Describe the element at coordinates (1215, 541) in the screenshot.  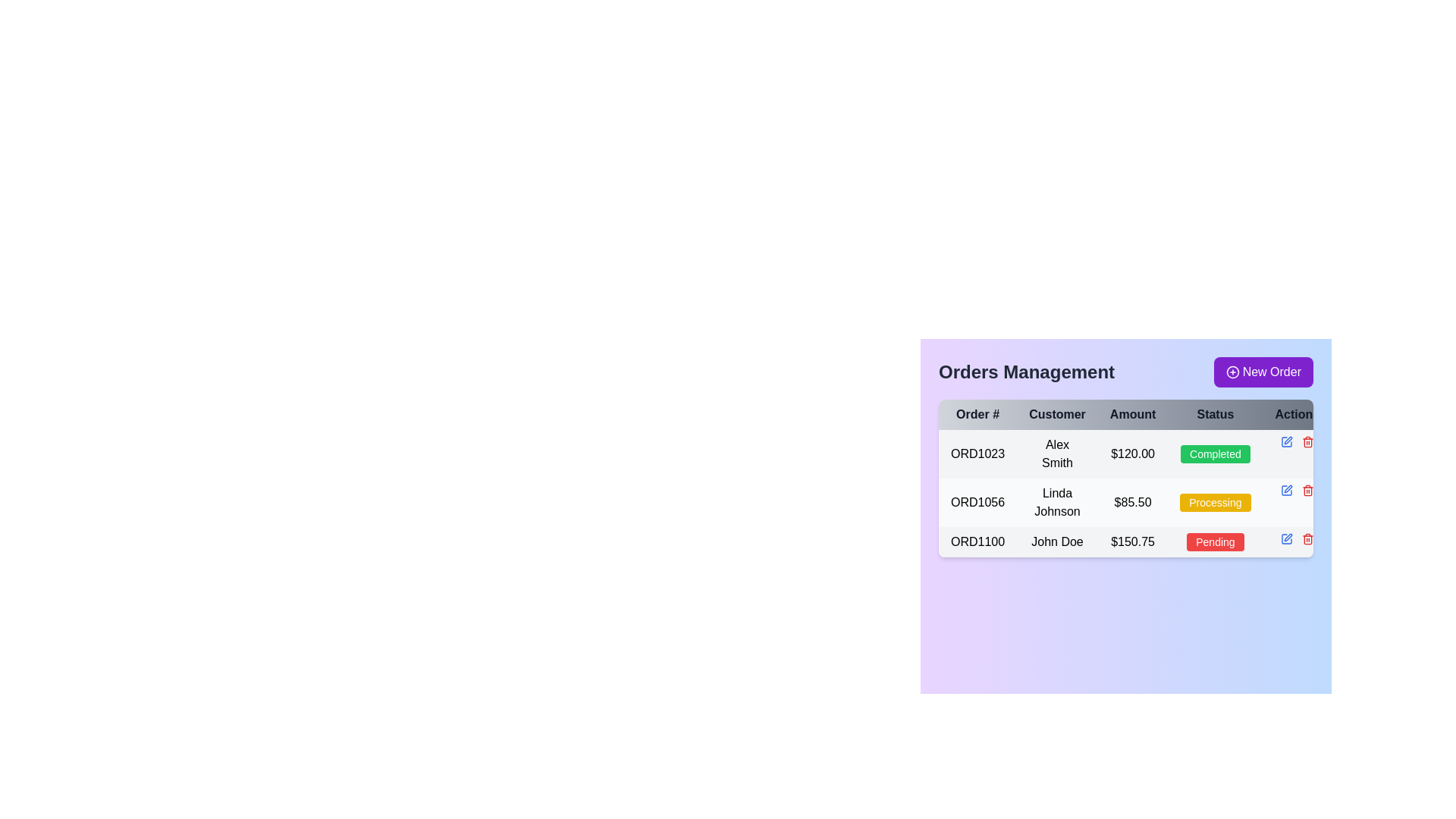
I see `the 'Pending' status badge in the 'Orders Management' table associated with 'John Doe' and order ID 'ORD1100'` at that location.